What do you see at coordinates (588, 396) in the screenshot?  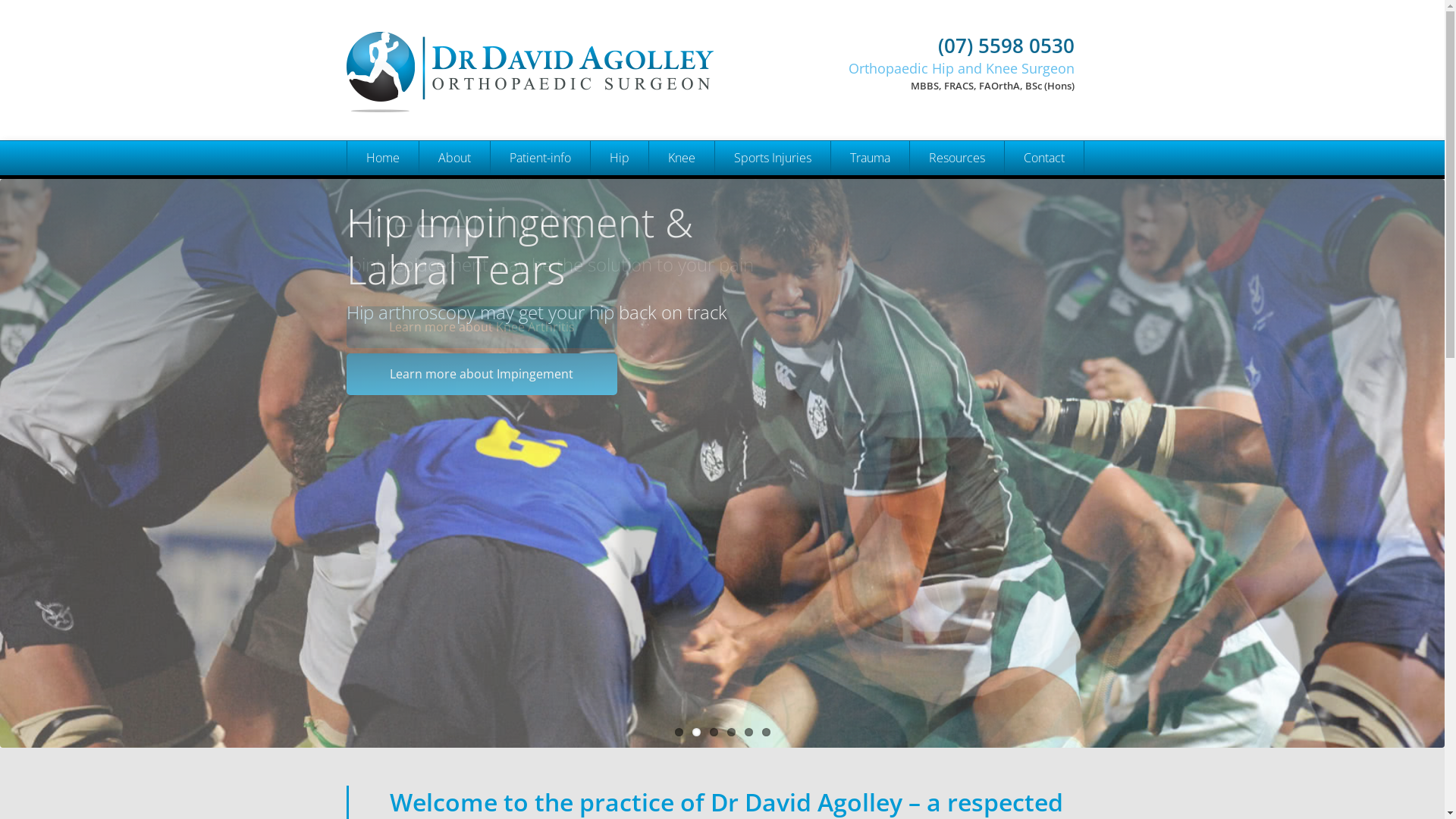 I see `'Hip Pain'` at bounding box center [588, 396].